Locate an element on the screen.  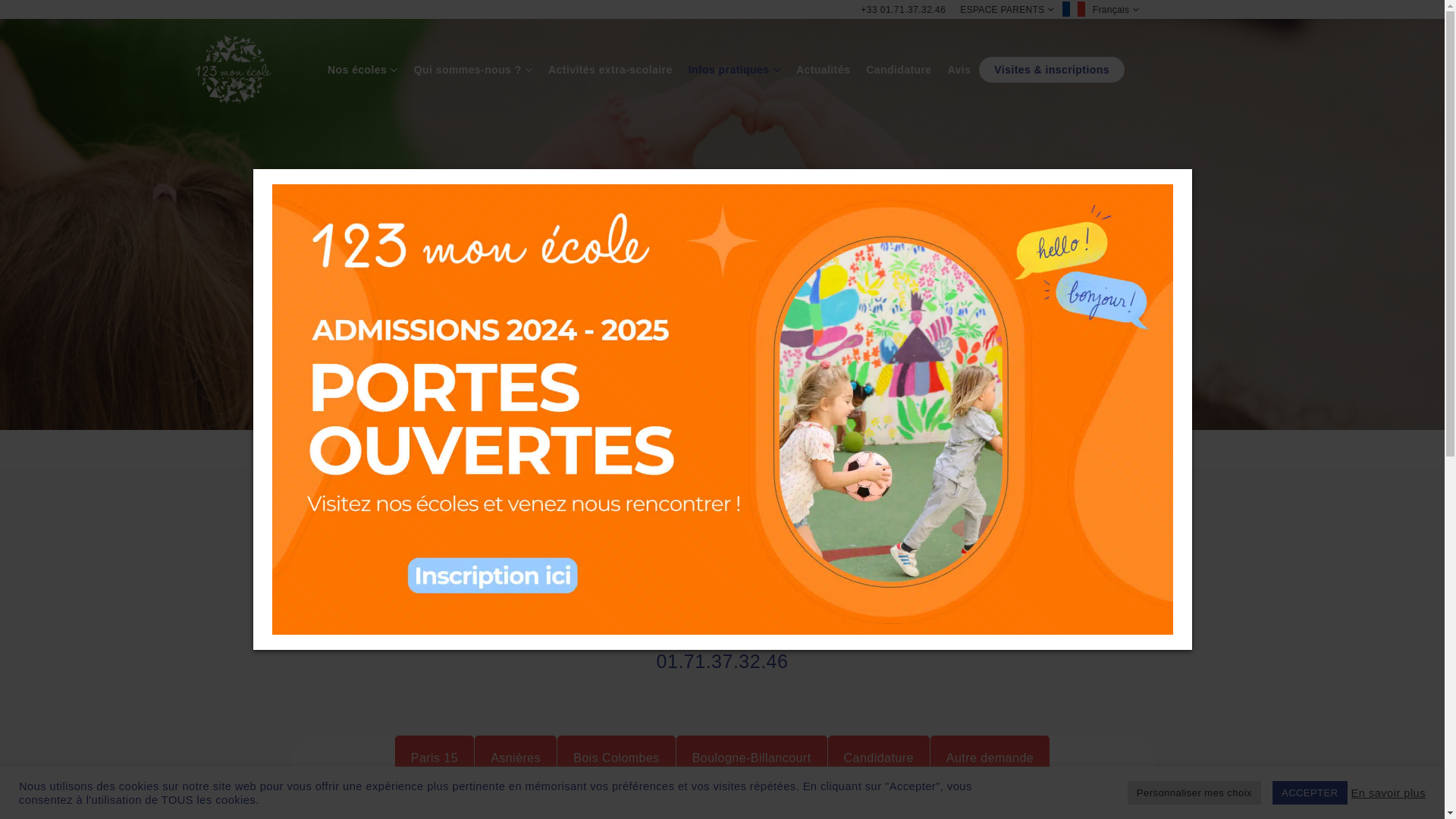
'Autre demande' is located at coordinates (990, 758).